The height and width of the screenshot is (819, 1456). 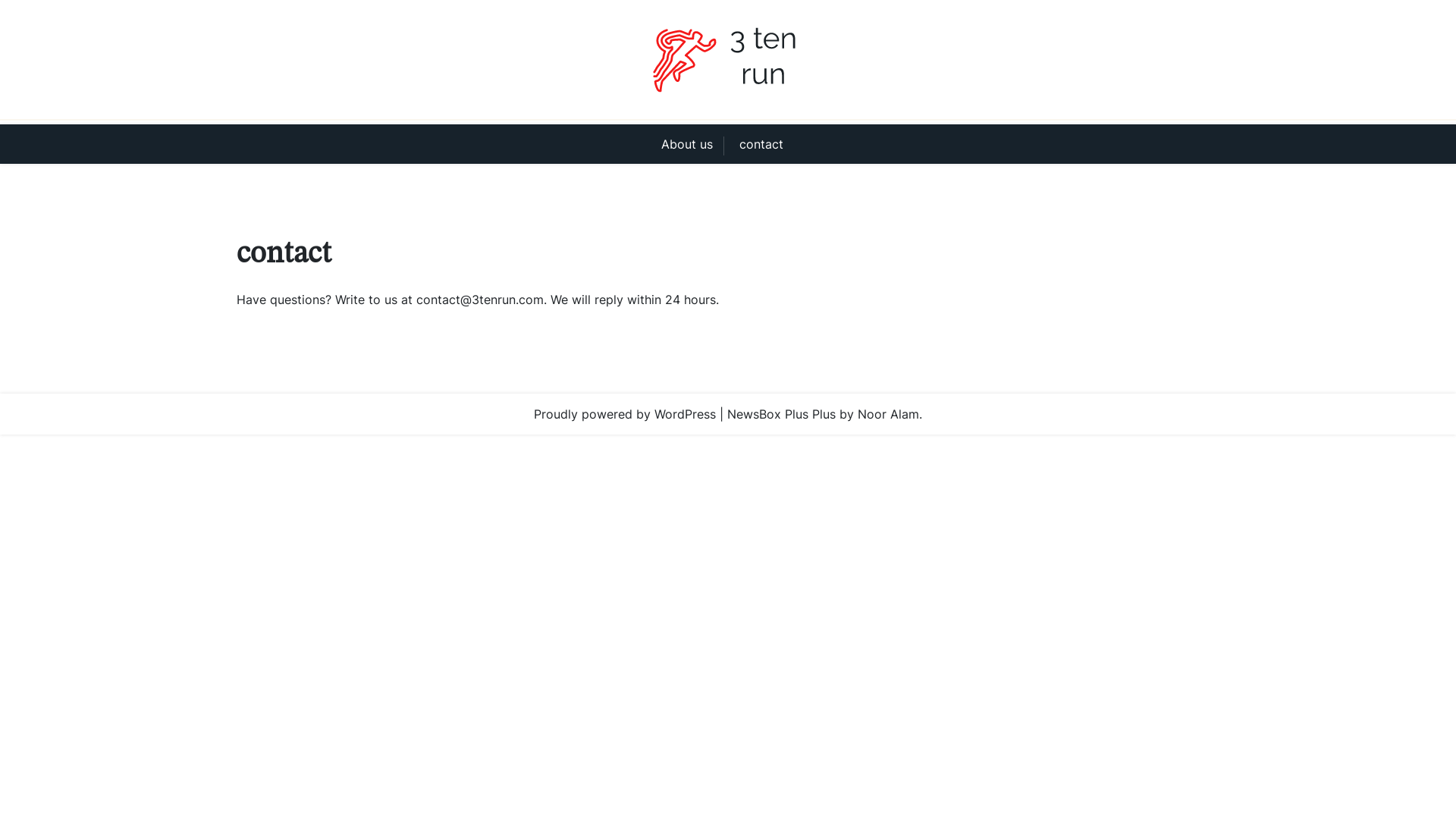 What do you see at coordinates (625, 414) in the screenshot?
I see `'Proudly powered by WordPress'` at bounding box center [625, 414].